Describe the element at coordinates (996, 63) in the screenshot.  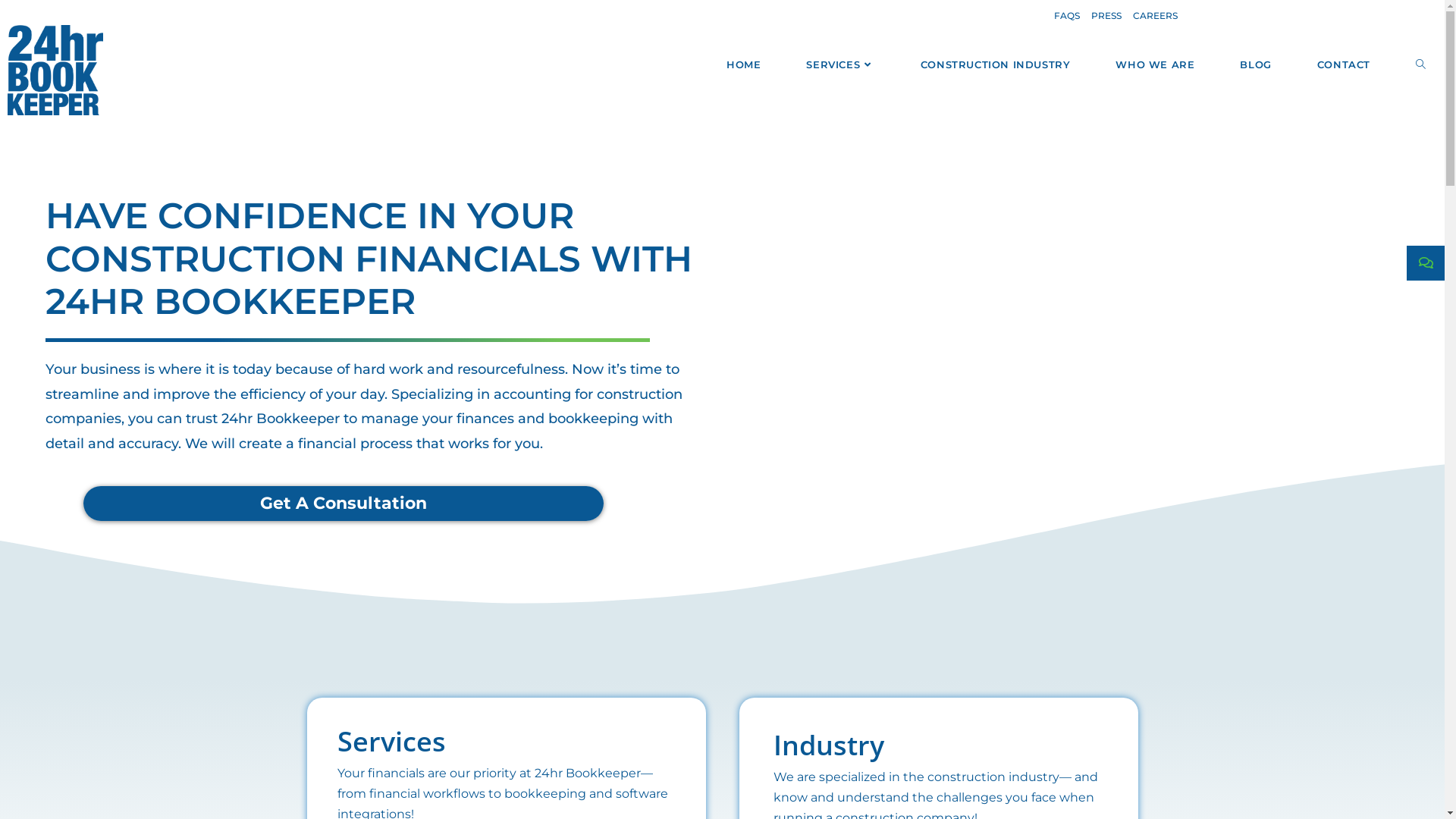
I see `'CONSTRUCTION INDUSTRY'` at that location.